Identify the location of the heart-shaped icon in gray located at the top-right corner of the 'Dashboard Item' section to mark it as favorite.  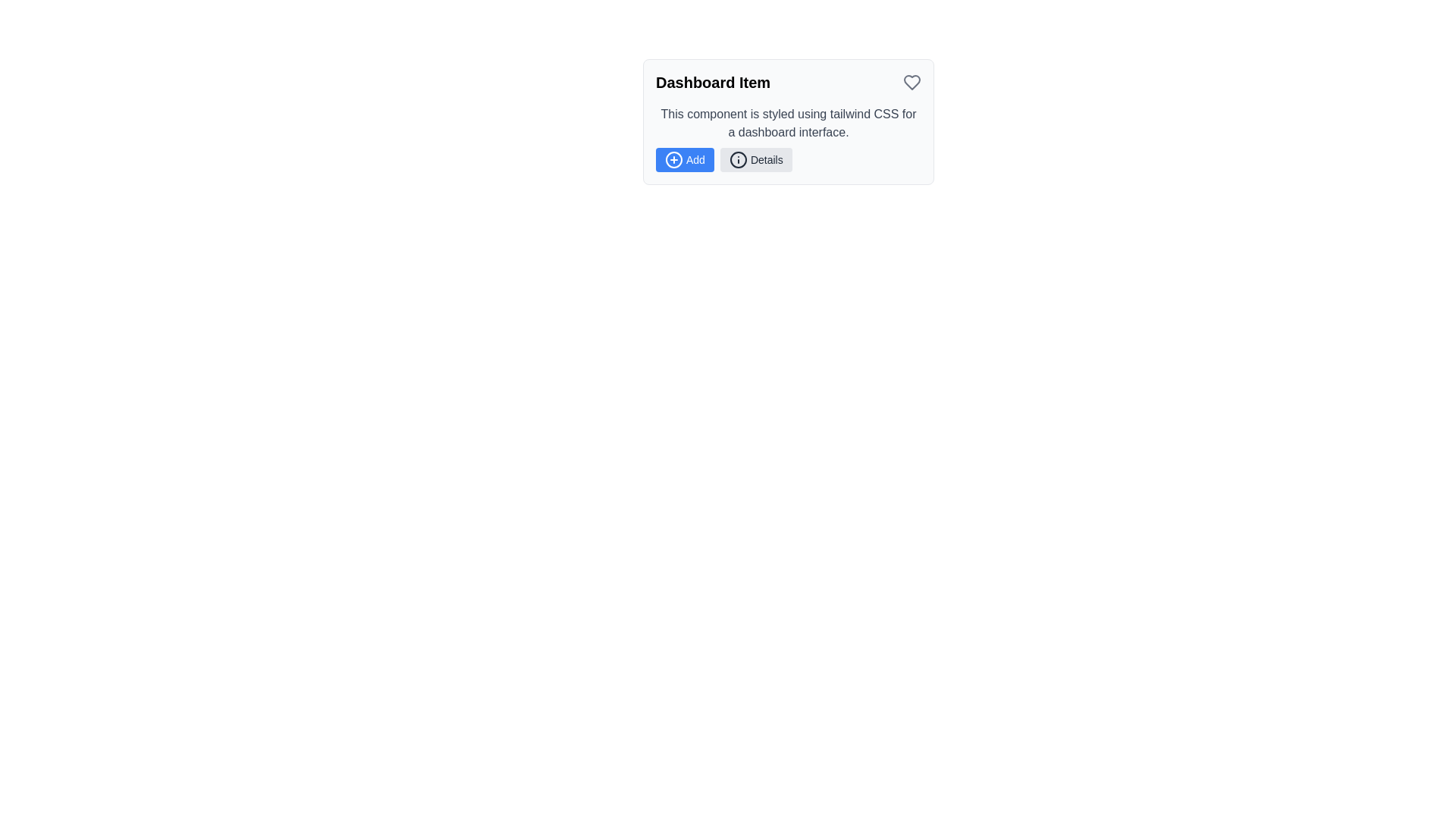
(912, 82).